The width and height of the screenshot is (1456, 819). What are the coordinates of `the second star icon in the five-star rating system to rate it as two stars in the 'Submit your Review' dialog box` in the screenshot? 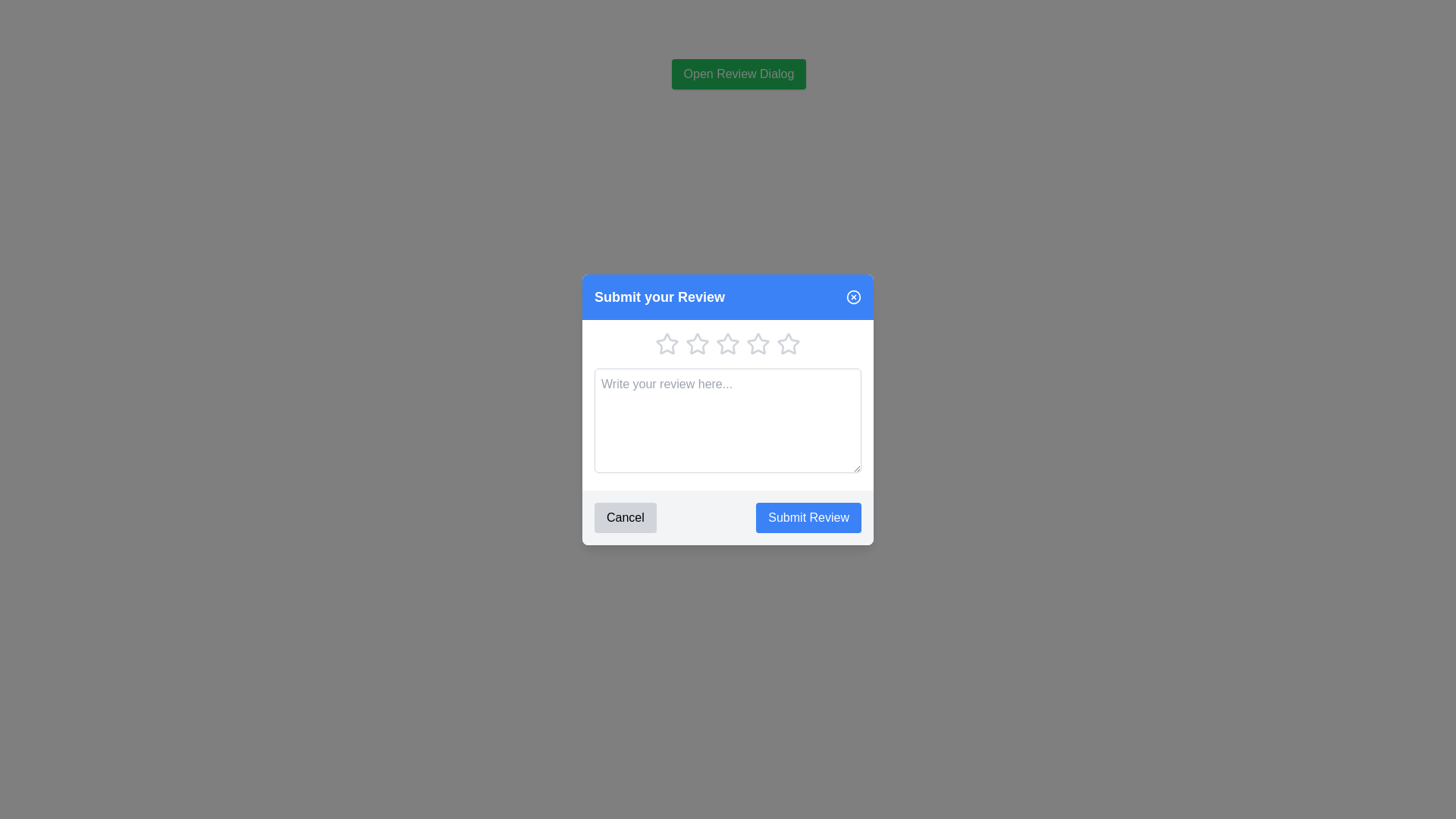 It's located at (758, 343).